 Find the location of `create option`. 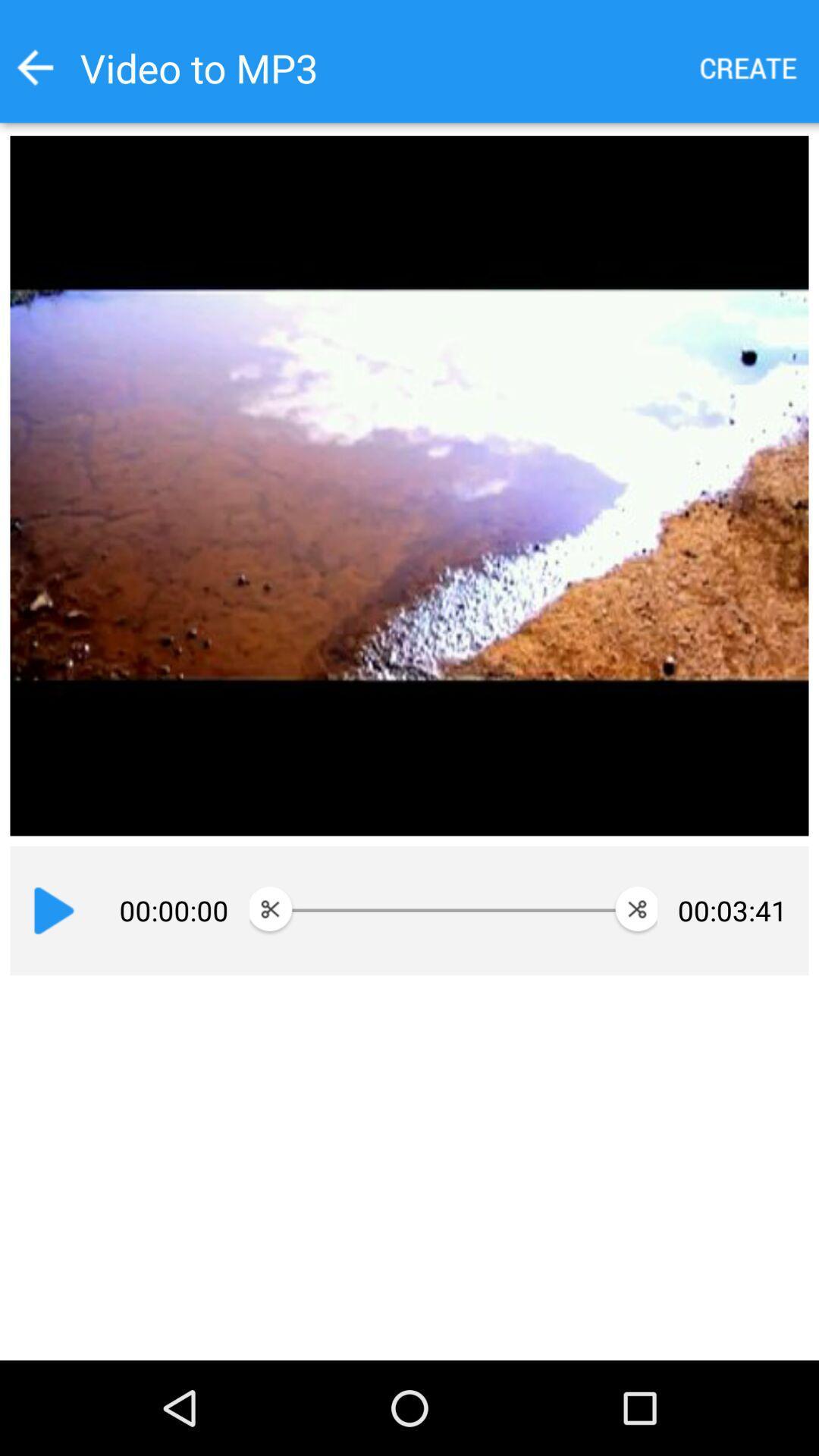

create option is located at coordinates (748, 67).